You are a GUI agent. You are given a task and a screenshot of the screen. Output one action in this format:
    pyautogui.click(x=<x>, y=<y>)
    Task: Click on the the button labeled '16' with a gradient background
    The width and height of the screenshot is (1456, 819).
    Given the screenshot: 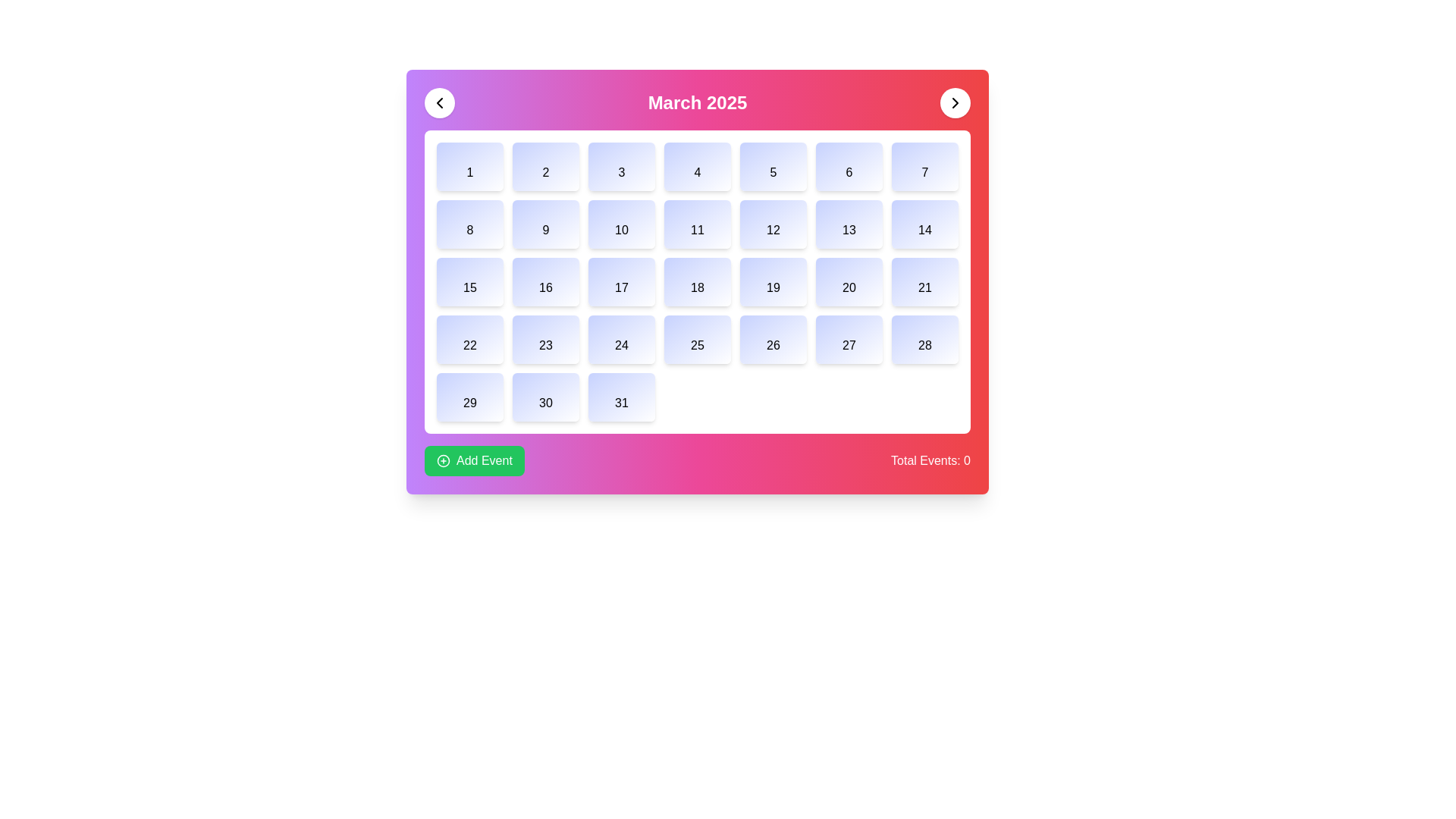 What is the action you would take?
    pyautogui.click(x=546, y=281)
    